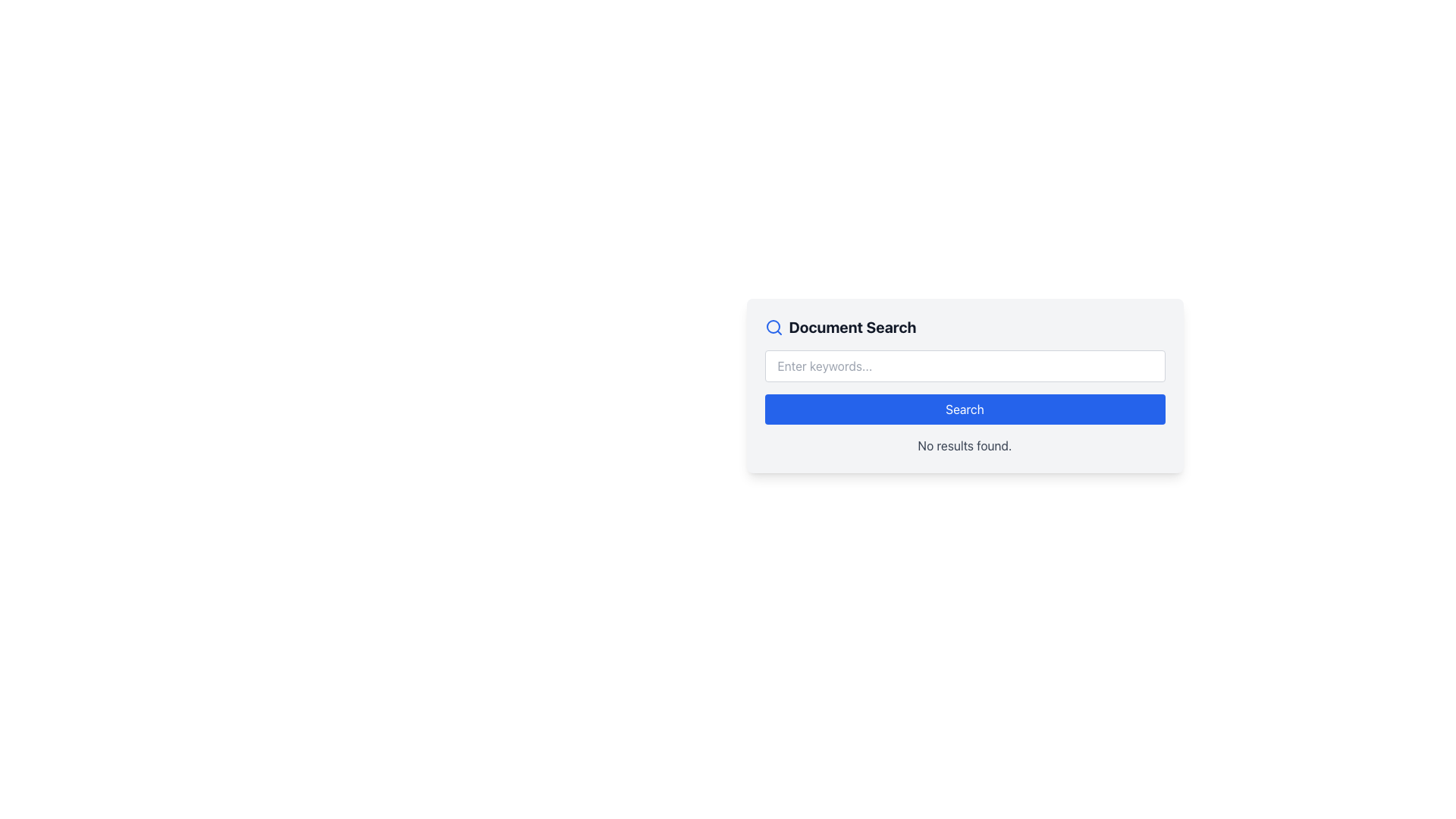 The width and height of the screenshot is (1456, 819). I want to click on the circular graphical element that resembles a magnifying glass, located to the left of the 'Document Search' title, so click(773, 326).